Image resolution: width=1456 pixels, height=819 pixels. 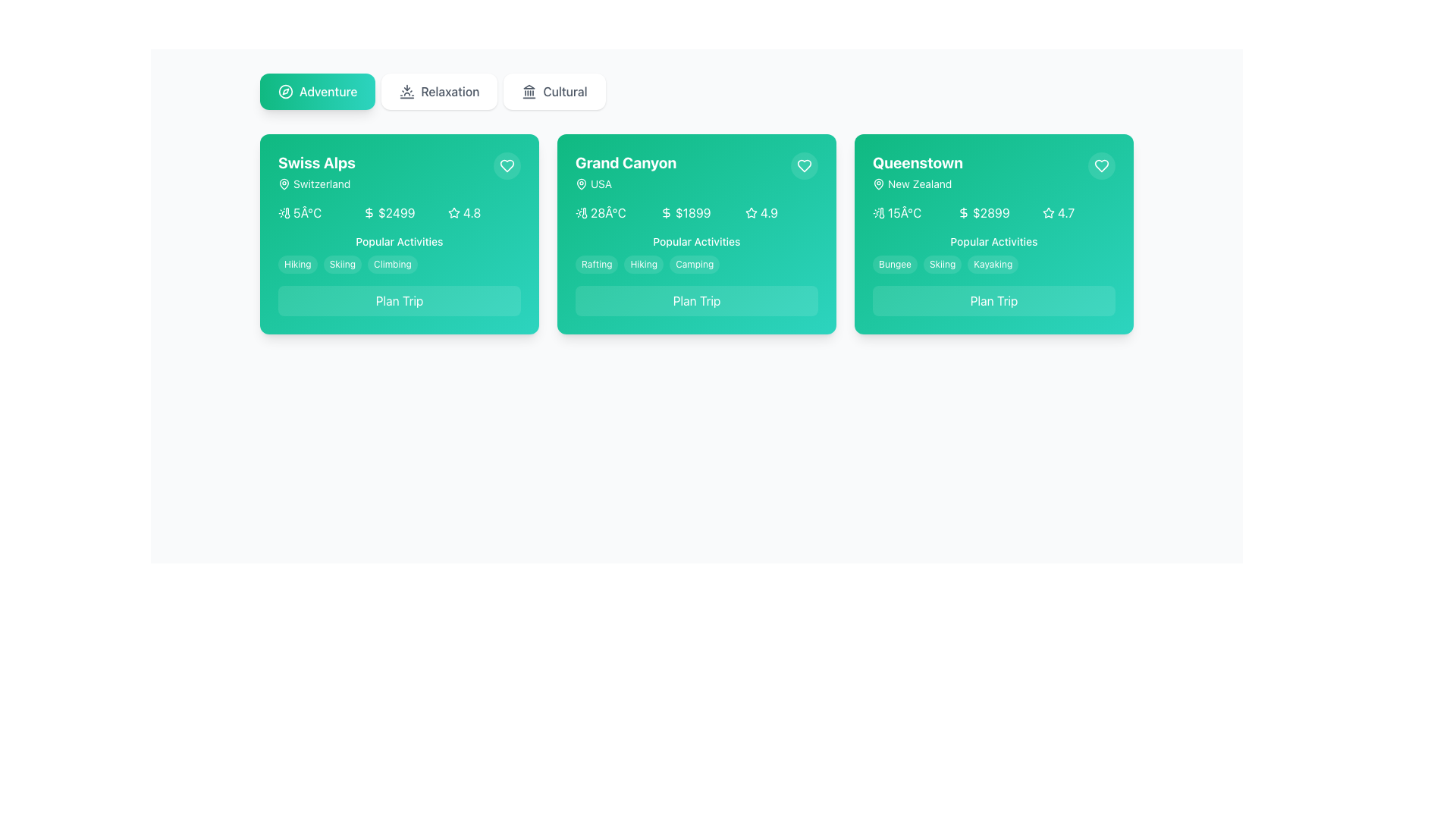 What do you see at coordinates (400, 253) in the screenshot?
I see `the 'Climbing' button in the recommended activities list associated with the 'Swiss Alps', positioned above the 'Plan Trip' button` at bounding box center [400, 253].